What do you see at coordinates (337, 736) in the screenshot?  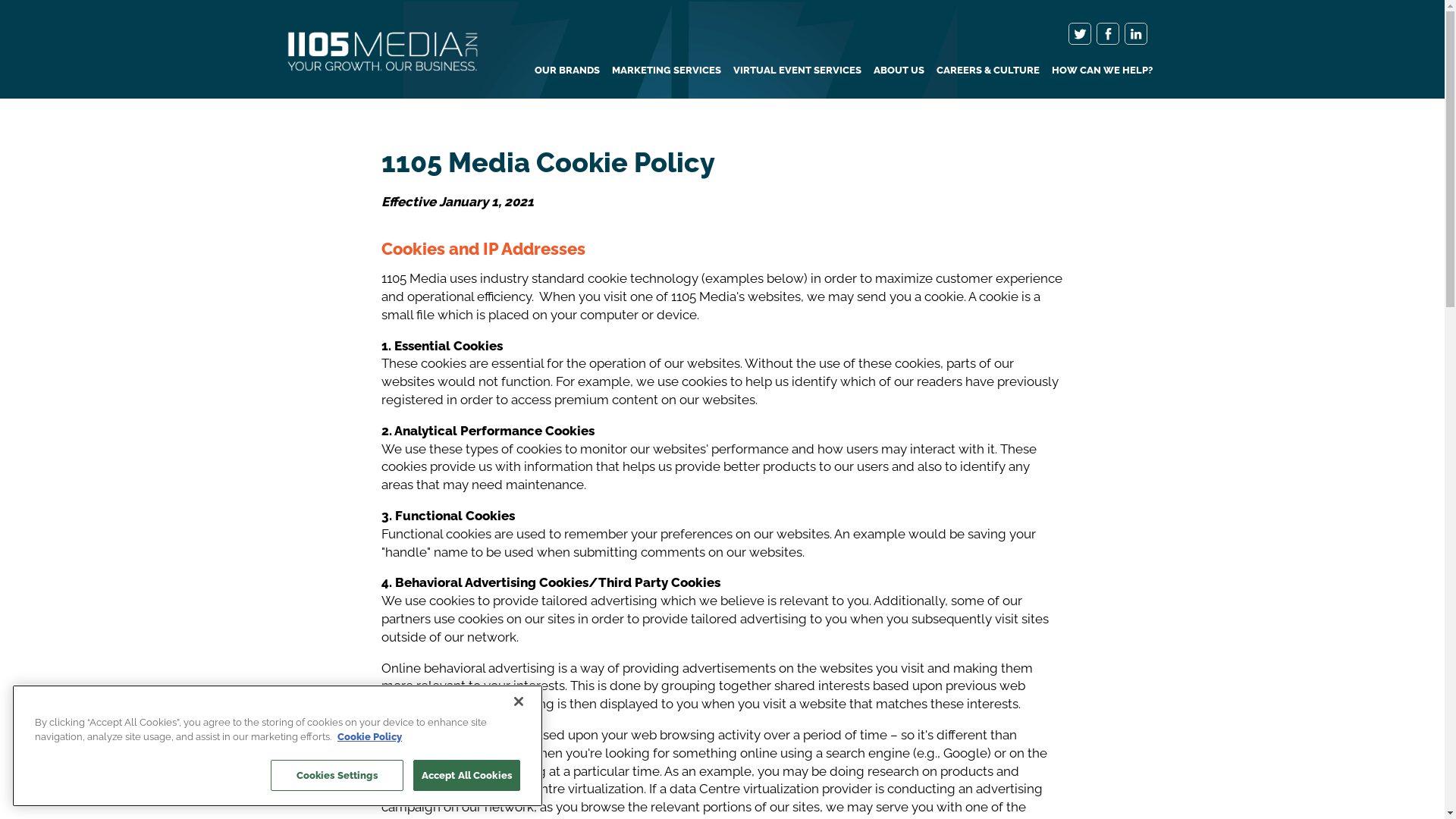 I see `'Cookie Policy'` at bounding box center [337, 736].